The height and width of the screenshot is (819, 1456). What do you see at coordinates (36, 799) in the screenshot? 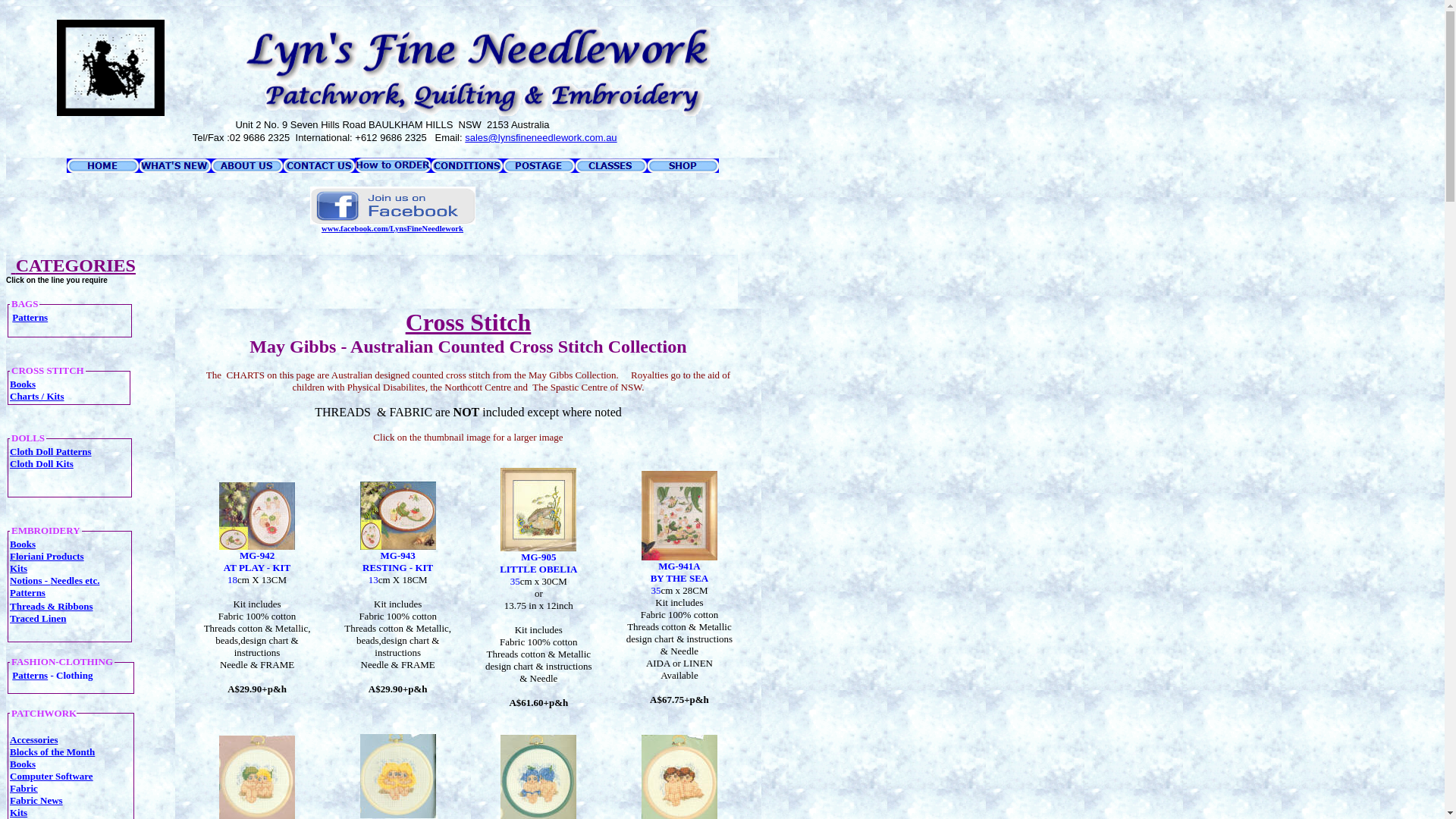
I see `'Fabric News'` at bounding box center [36, 799].